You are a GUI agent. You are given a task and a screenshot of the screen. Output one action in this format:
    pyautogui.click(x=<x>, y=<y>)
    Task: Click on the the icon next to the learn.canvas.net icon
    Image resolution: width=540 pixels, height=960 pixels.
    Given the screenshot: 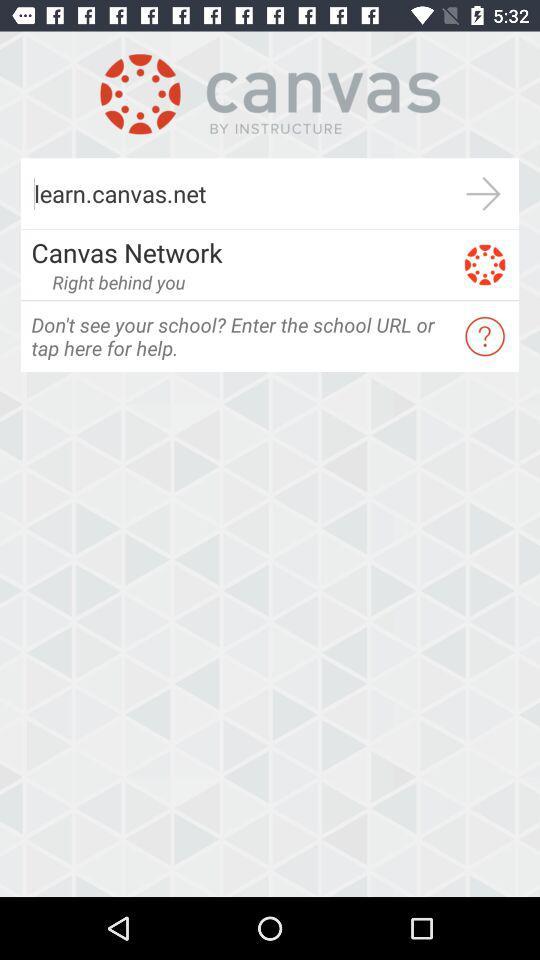 What is the action you would take?
    pyautogui.click(x=482, y=193)
    